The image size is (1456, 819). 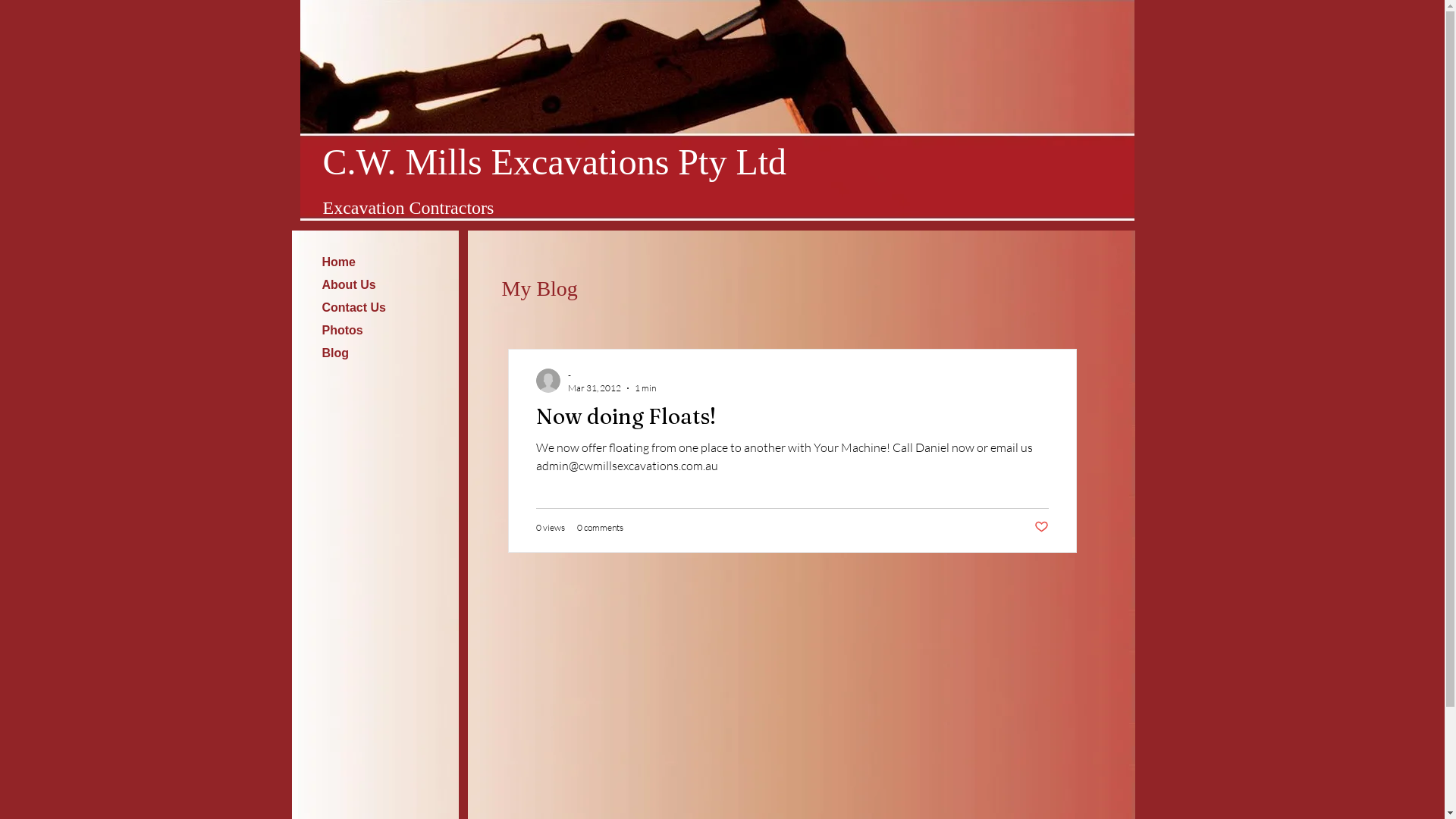 What do you see at coordinates (341, 329) in the screenshot?
I see `'Photos'` at bounding box center [341, 329].